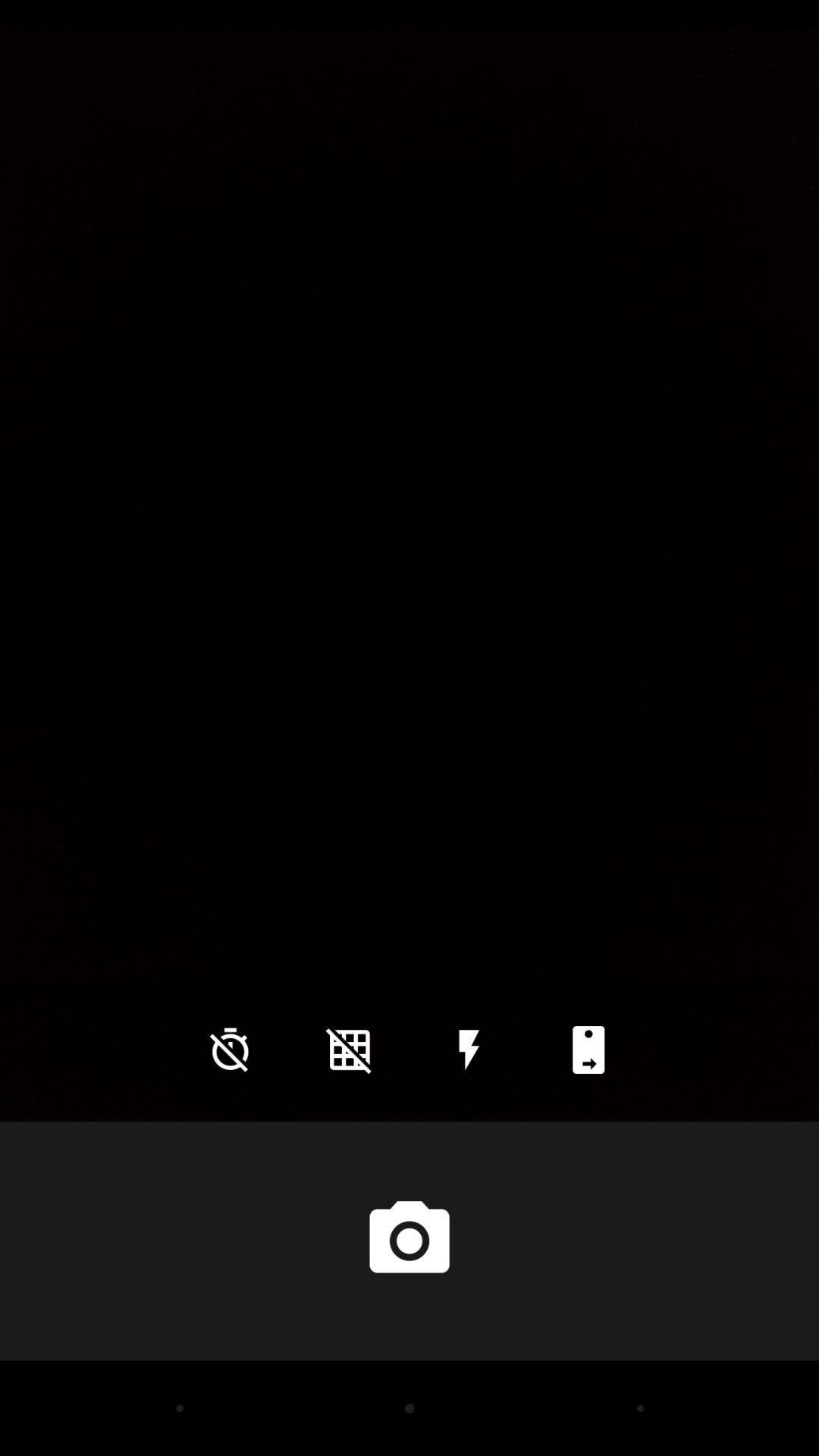  I want to click on the flash icon, so click(468, 1049).